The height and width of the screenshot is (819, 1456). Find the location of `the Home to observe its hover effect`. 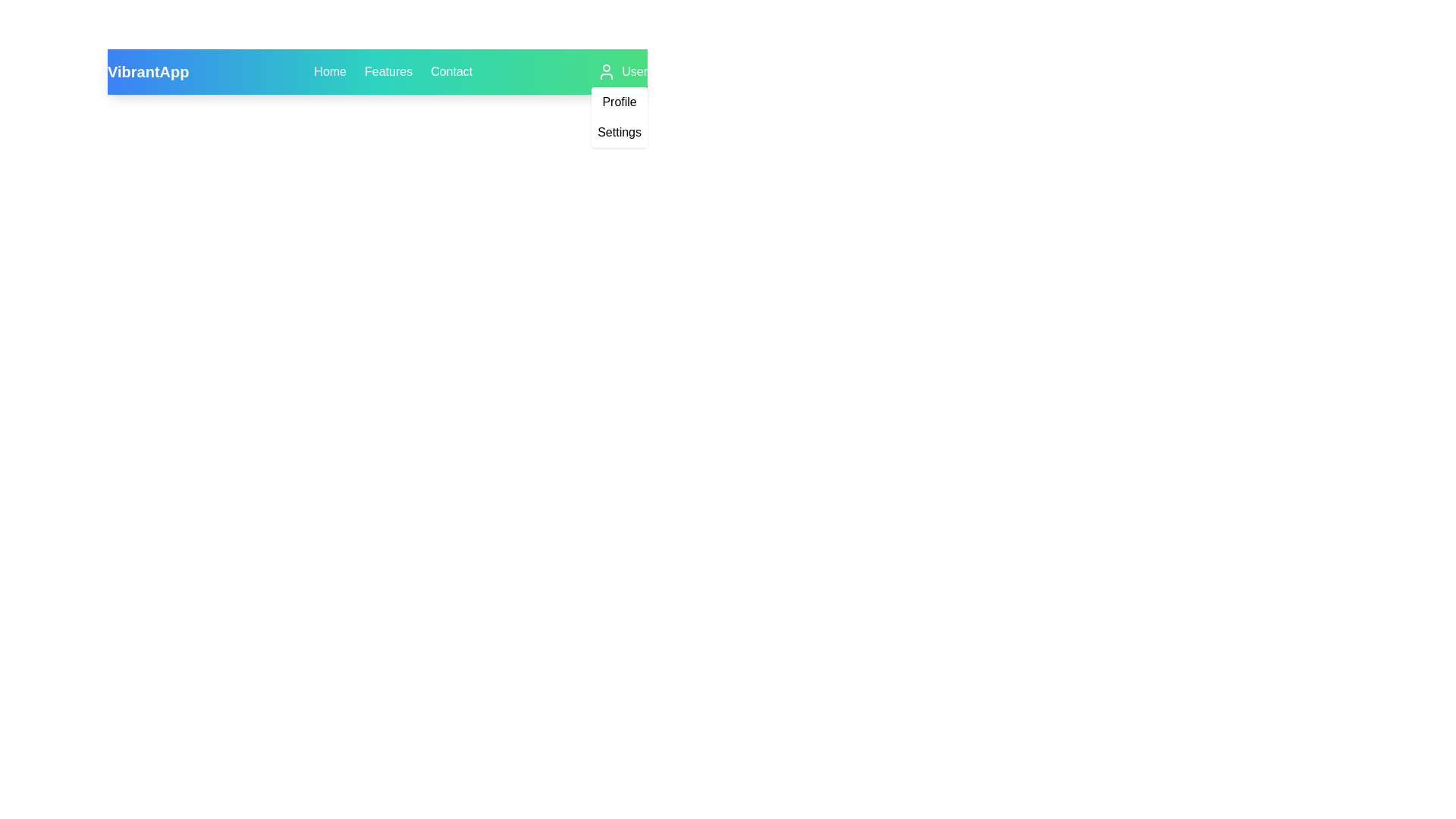

the Home to observe its hover effect is located at coordinates (329, 72).